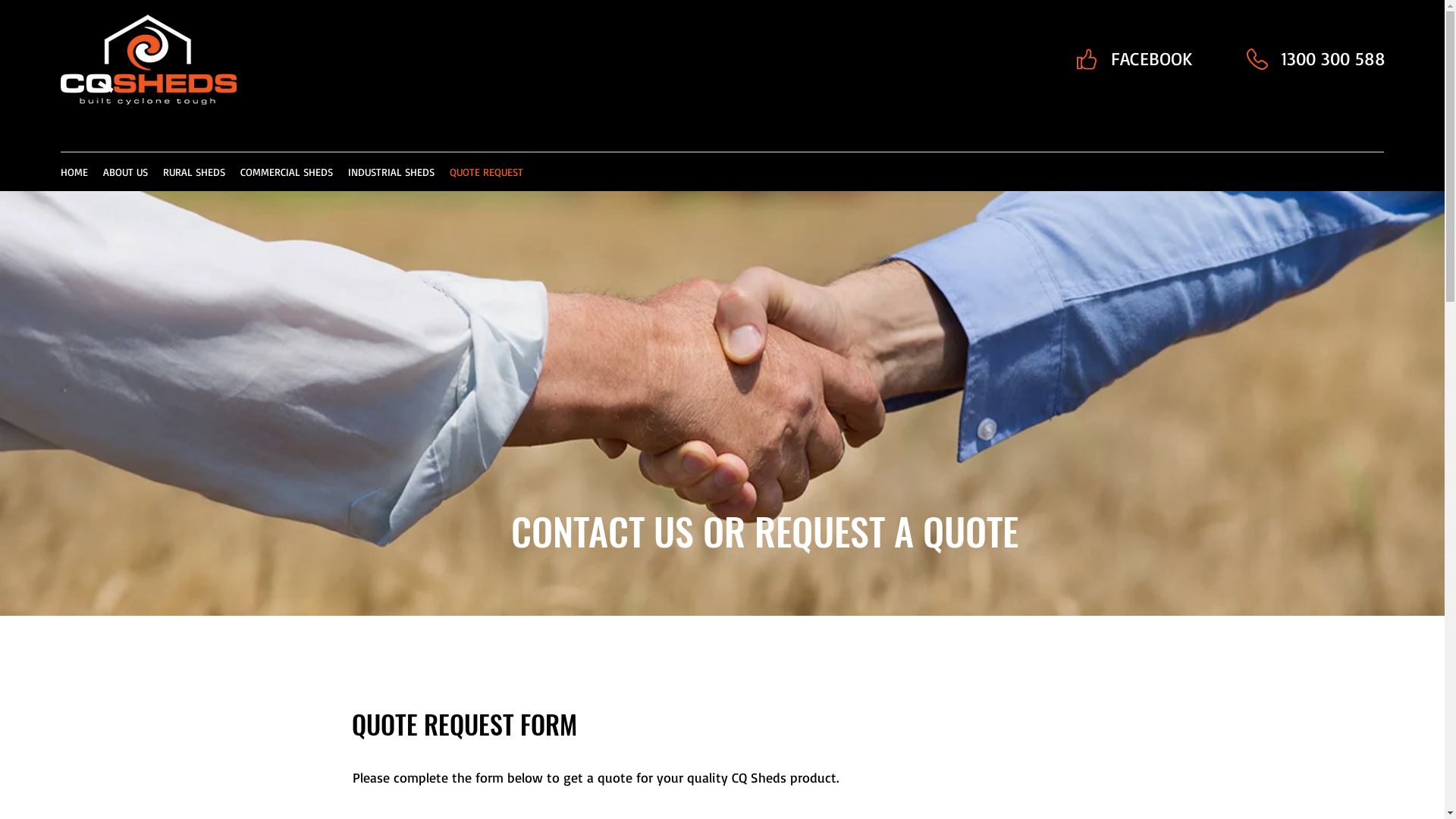  I want to click on 'INDUSTRIAL SHEDS', so click(391, 171).